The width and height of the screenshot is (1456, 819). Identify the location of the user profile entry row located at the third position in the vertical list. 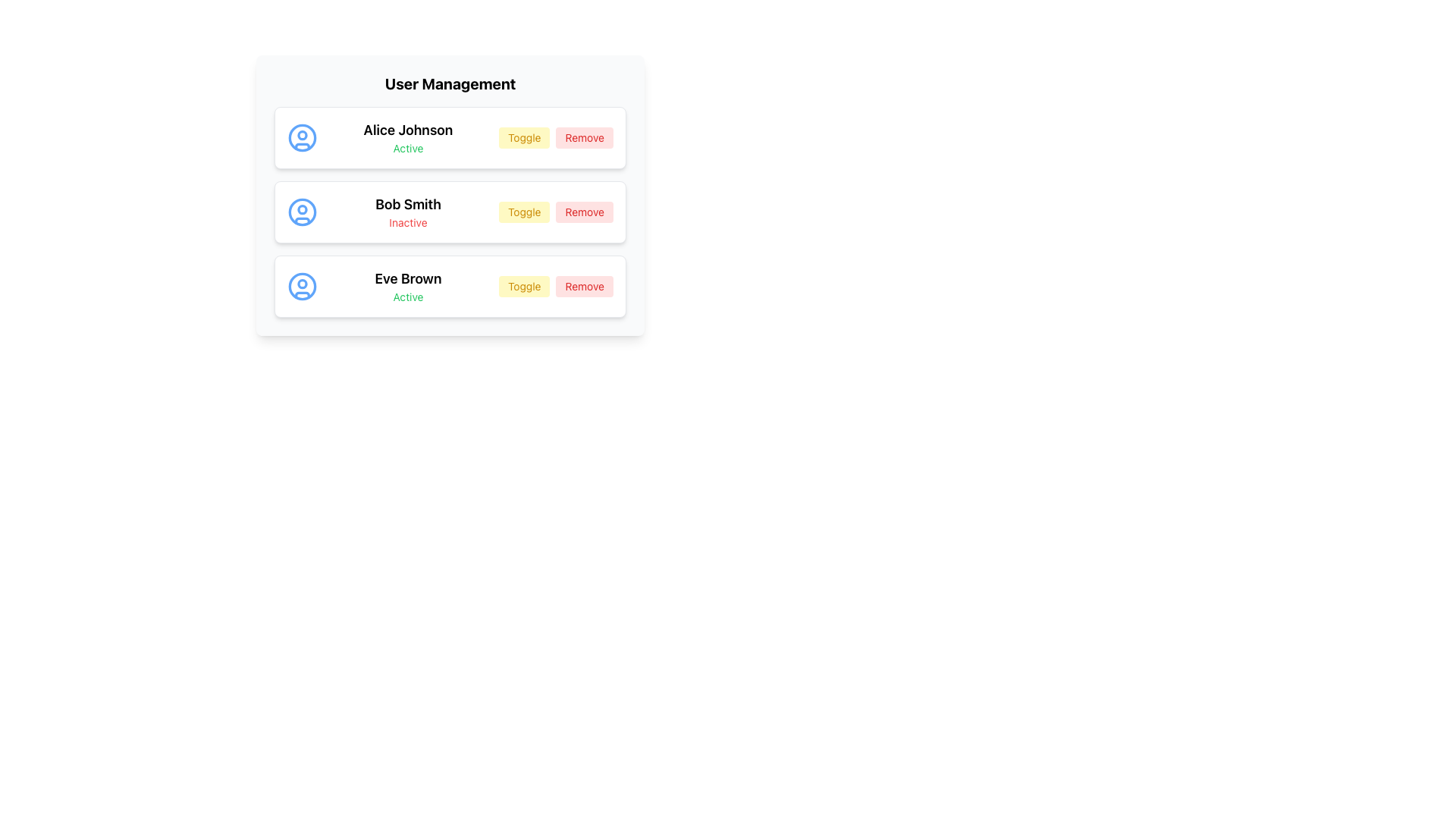
(450, 287).